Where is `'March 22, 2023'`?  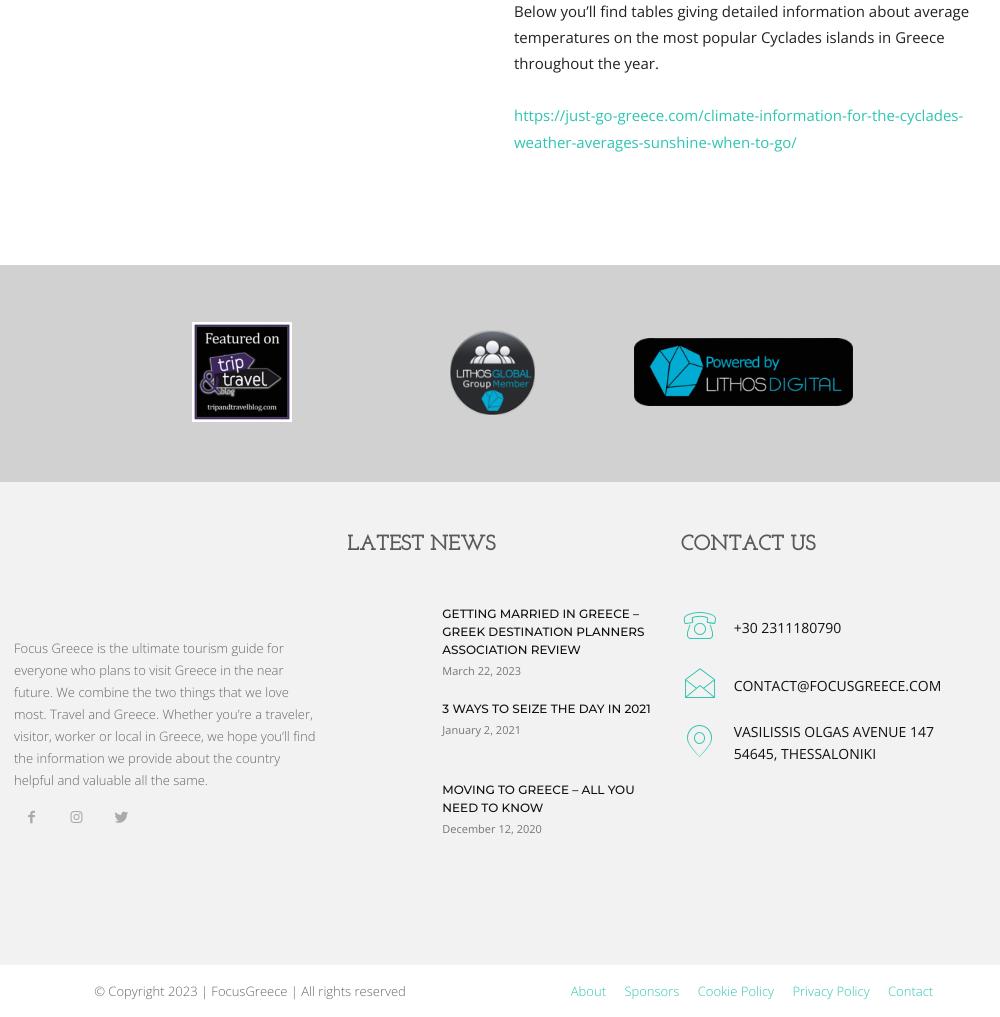
'March 22, 2023' is located at coordinates (441, 670).